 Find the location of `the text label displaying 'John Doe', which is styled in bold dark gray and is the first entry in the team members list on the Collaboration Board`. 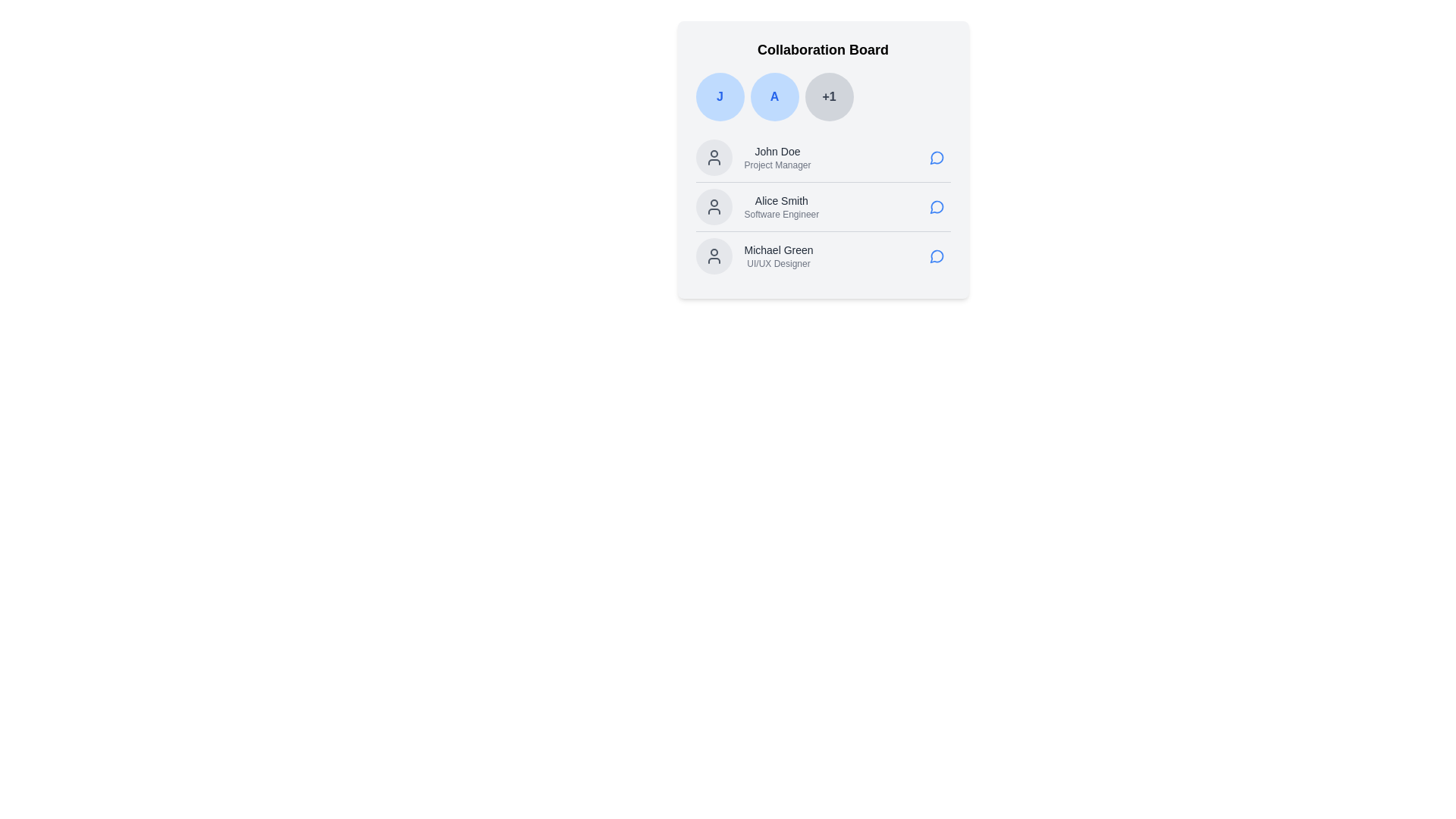

the text label displaying 'John Doe', which is styled in bold dark gray and is the first entry in the team members list on the Collaboration Board is located at coordinates (777, 152).